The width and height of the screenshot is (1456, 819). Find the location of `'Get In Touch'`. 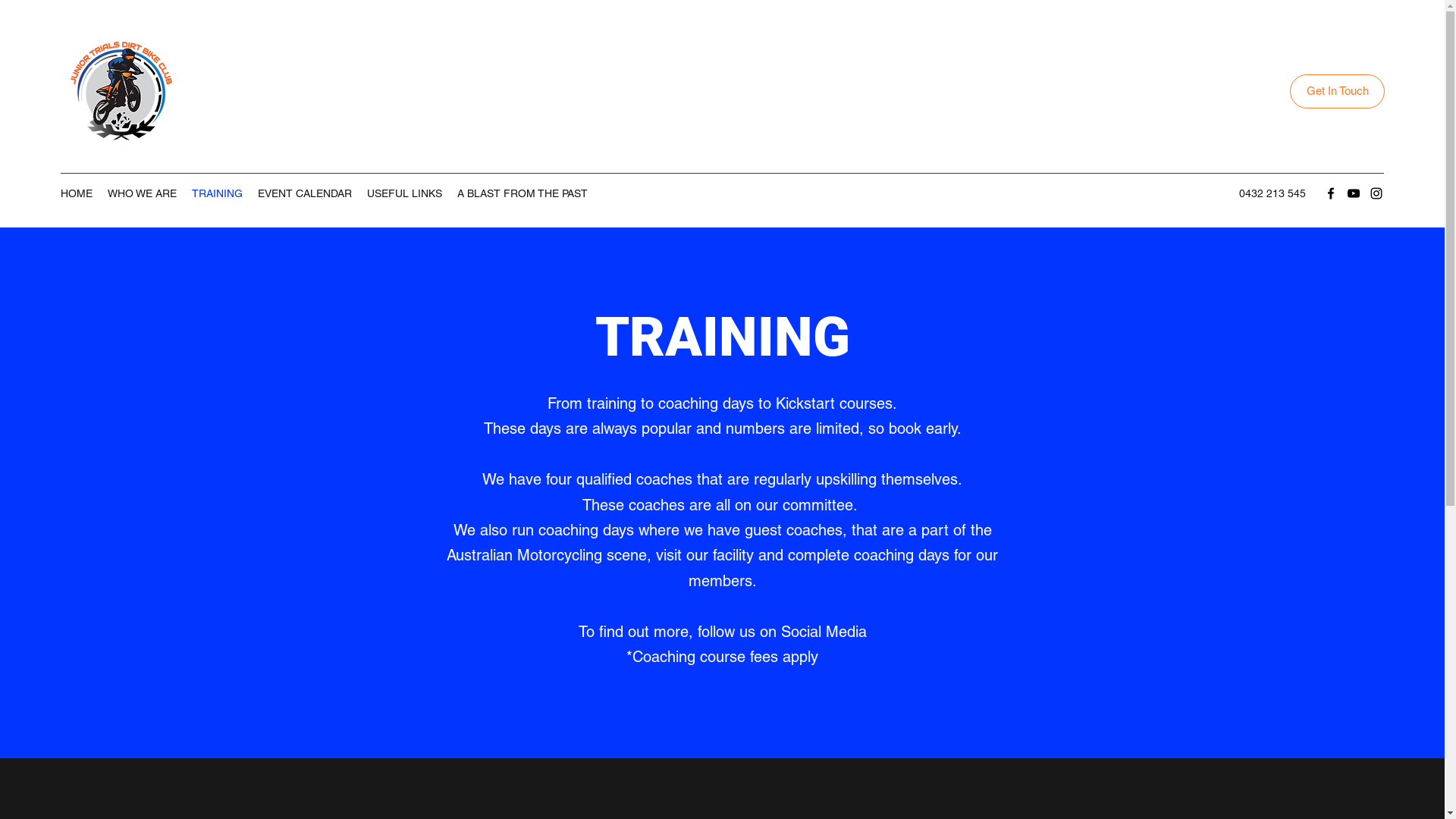

'Get In Touch' is located at coordinates (1337, 91).